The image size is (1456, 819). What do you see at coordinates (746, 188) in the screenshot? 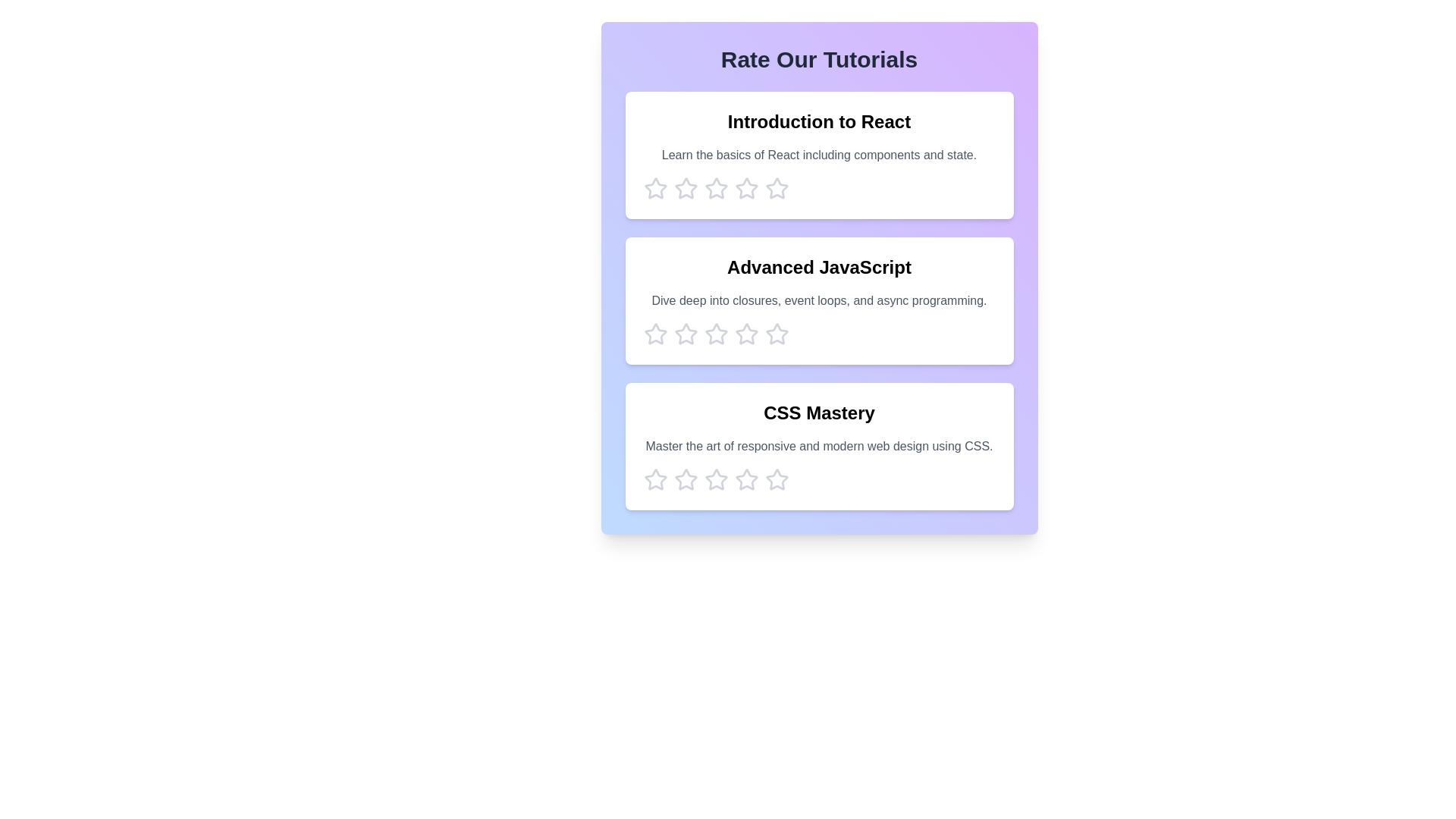
I see `the star corresponding to 4 stars to preview the rating effect` at bounding box center [746, 188].